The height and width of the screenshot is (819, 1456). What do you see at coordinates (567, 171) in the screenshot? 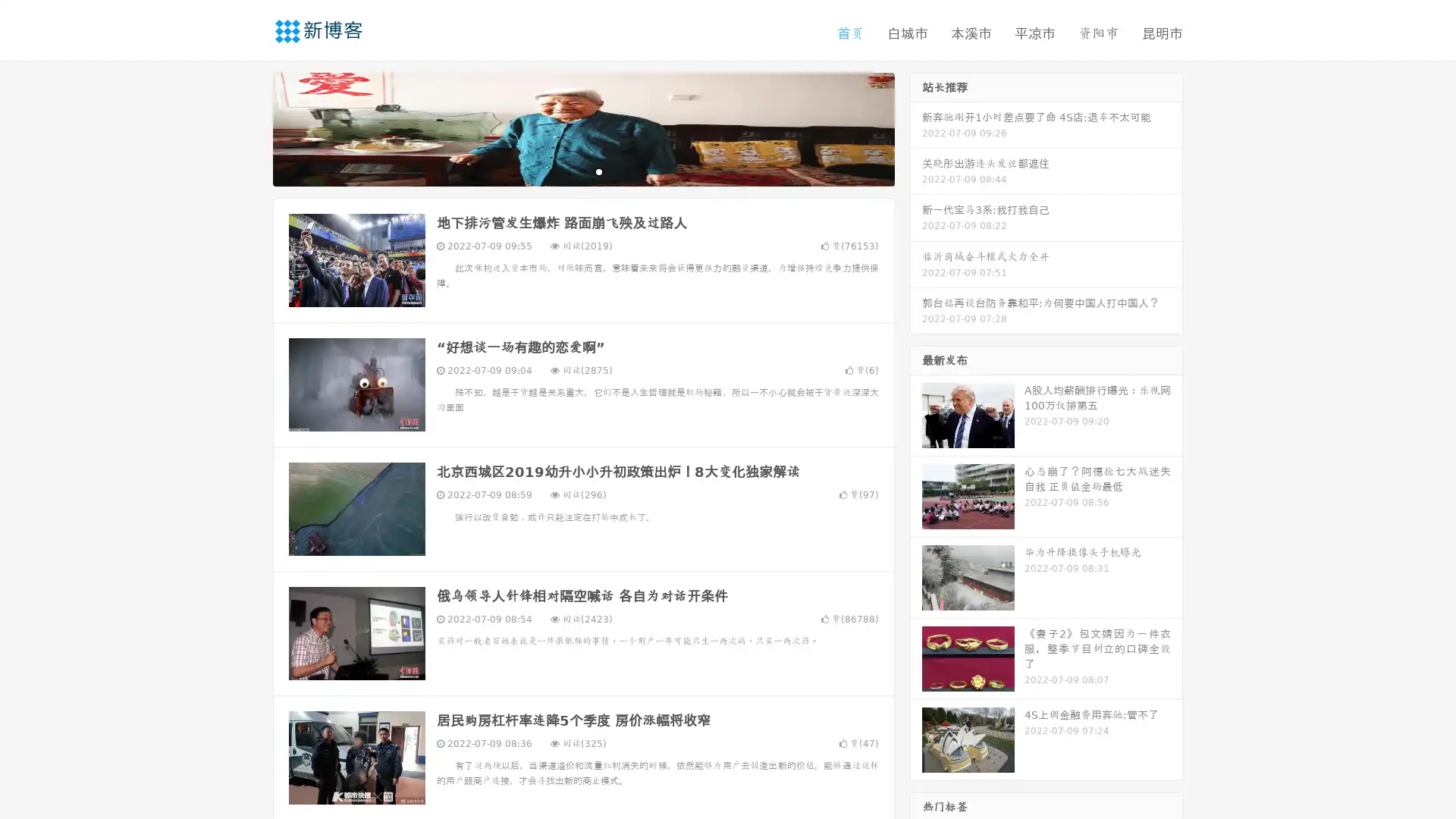
I see `Go to slide 1` at bounding box center [567, 171].